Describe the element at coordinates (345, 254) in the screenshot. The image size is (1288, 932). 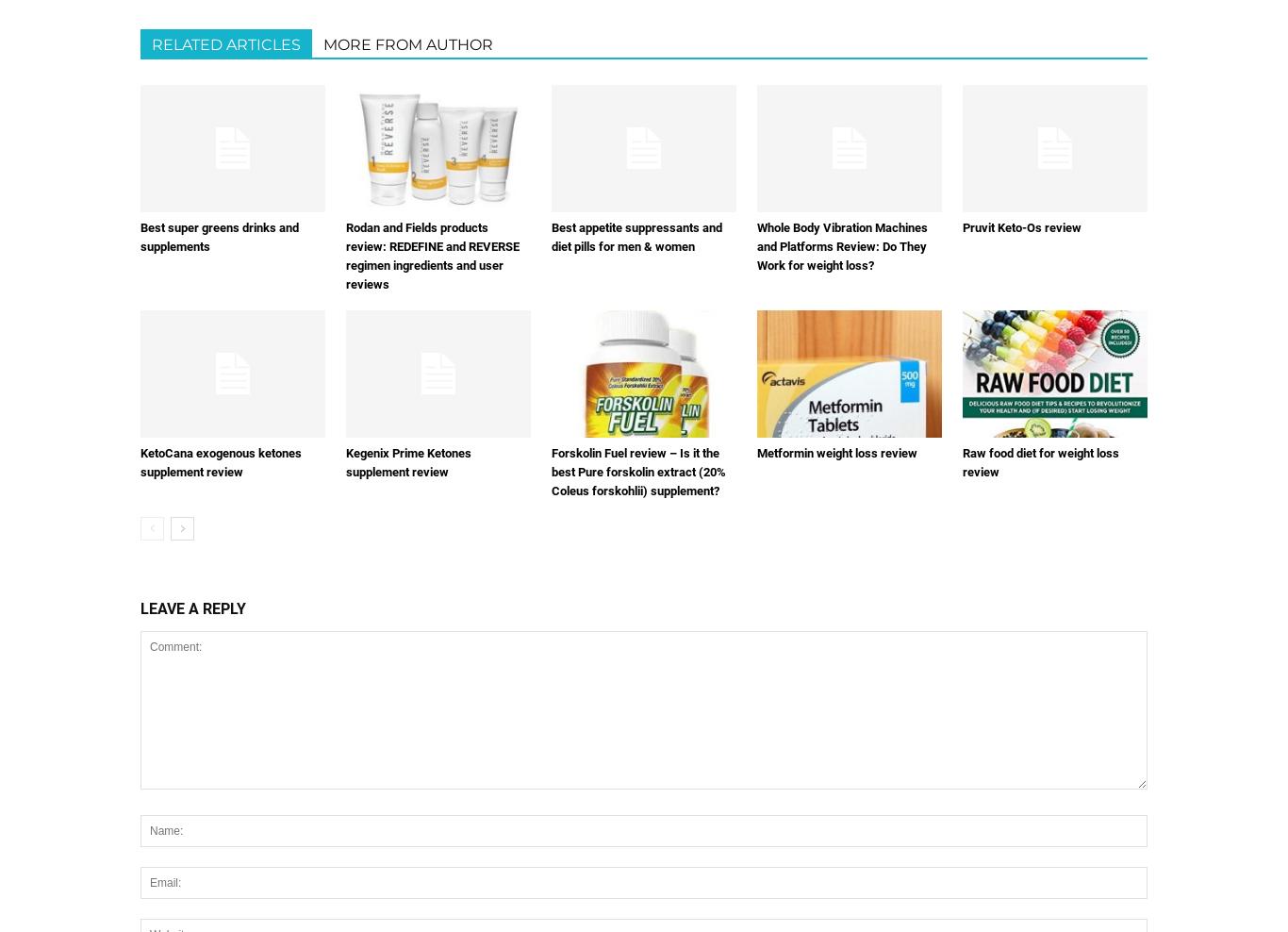
I see `'Rodan and Fields products review: REDEFINE and REVERSE regimen ingredients and user reviews'` at that location.